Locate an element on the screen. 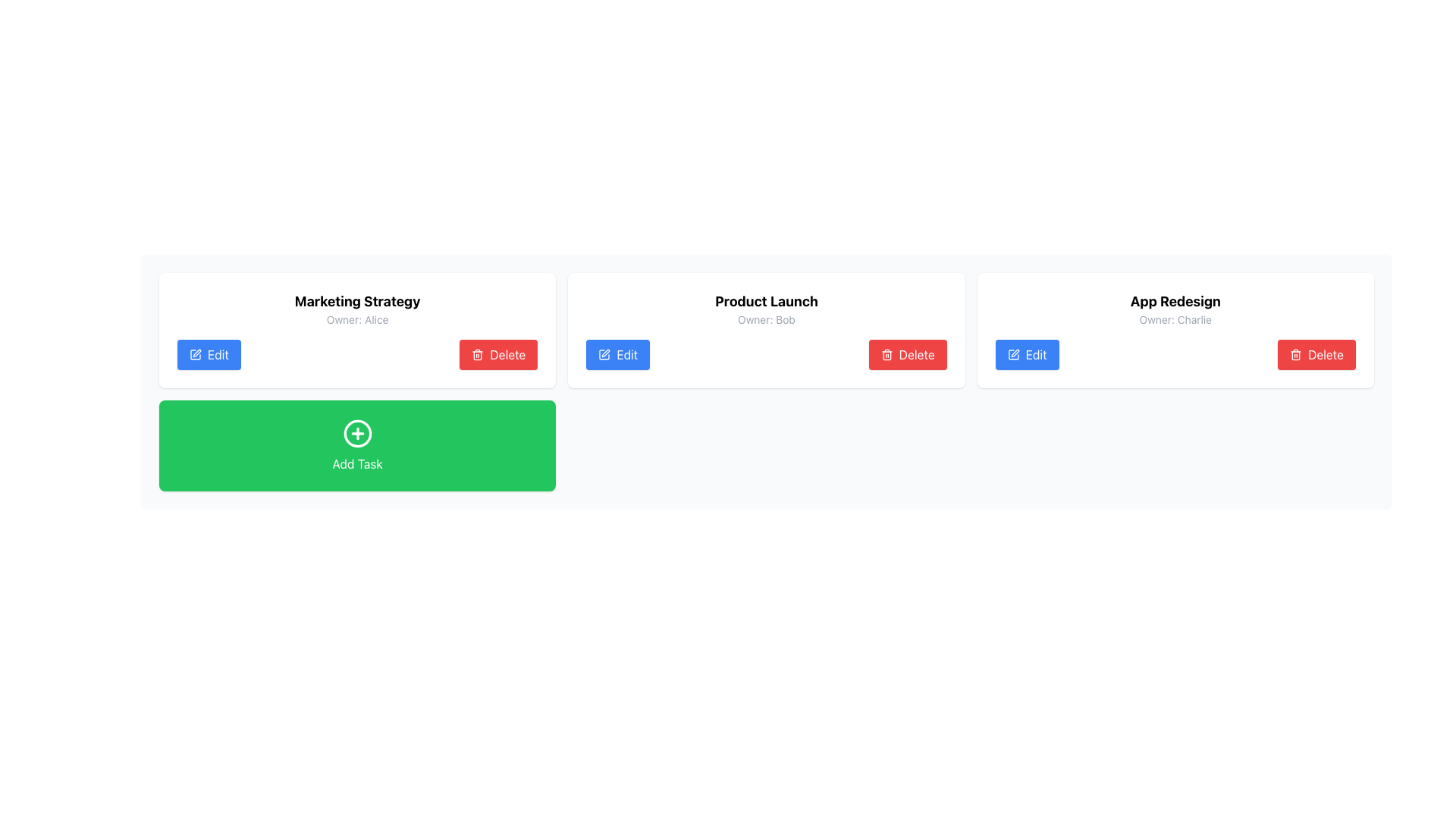  the red 'Delete' button with white text that has a trash icon, located under 'Marketing Strategy' is located at coordinates (498, 354).